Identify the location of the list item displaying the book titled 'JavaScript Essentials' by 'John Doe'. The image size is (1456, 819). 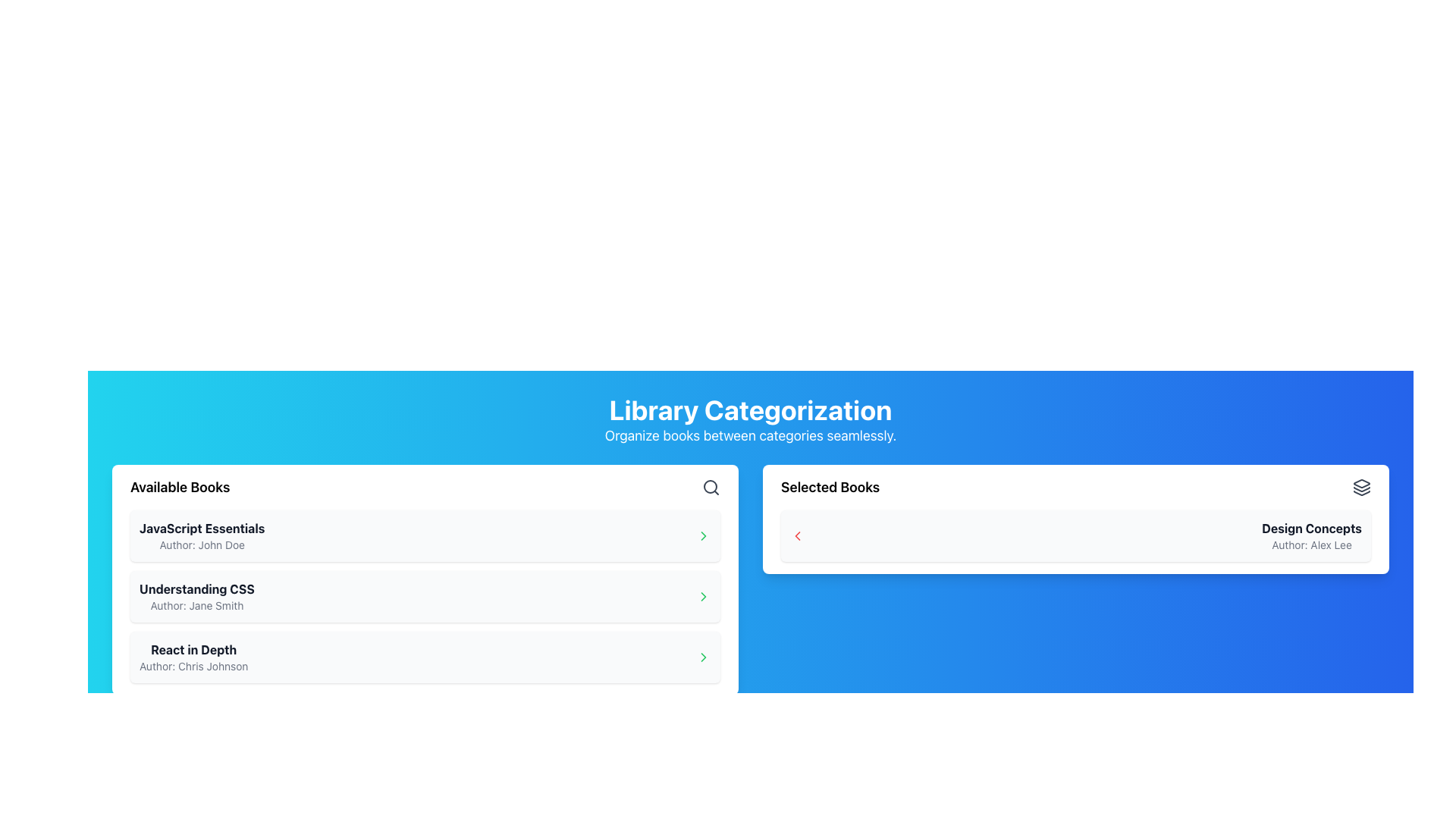
(425, 535).